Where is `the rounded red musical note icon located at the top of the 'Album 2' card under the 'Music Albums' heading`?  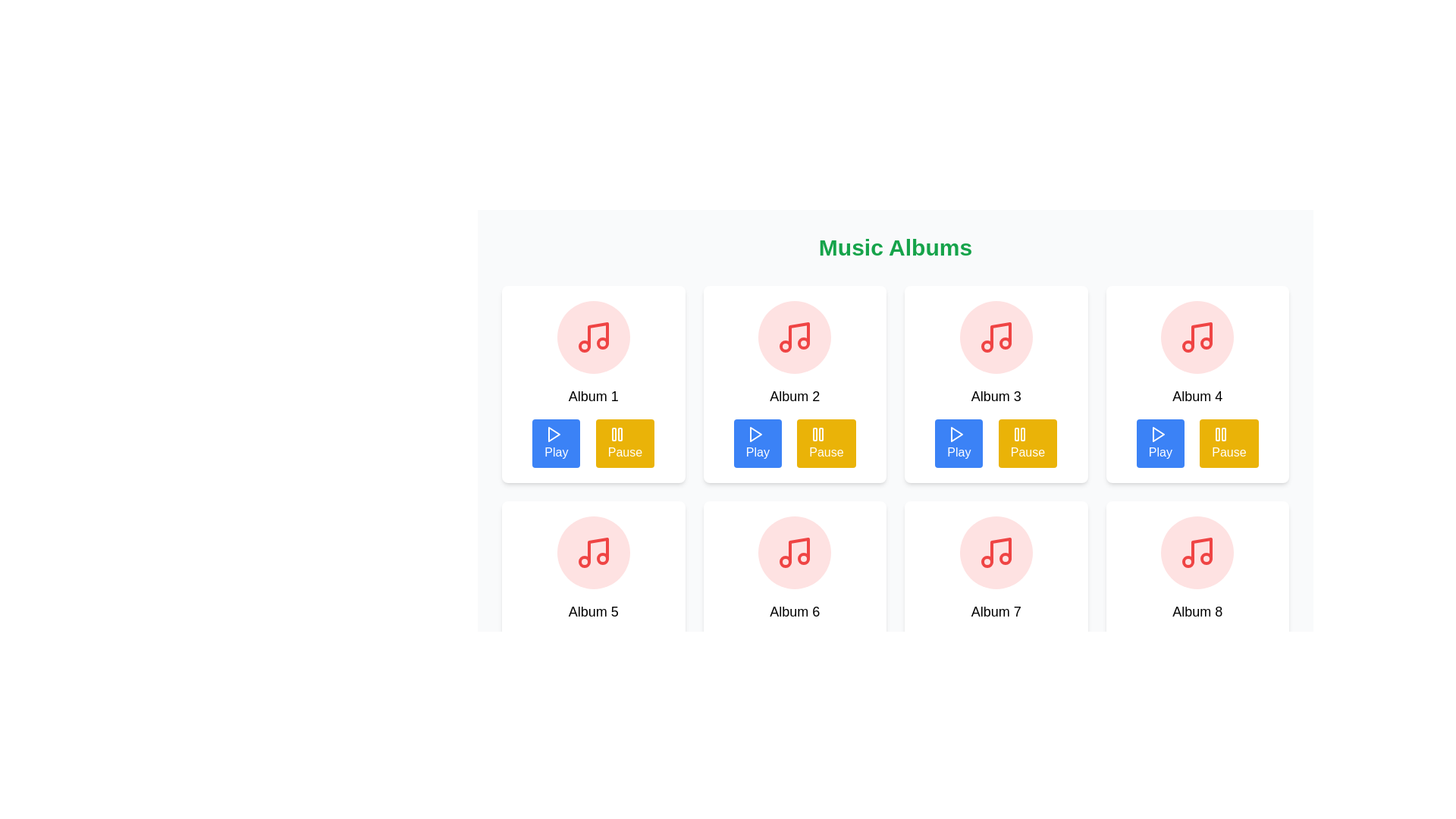
the rounded red musical note icon located at the top of the 'Album 2' card under the 'Music Albums' heading is located at coordinates (794, 336).